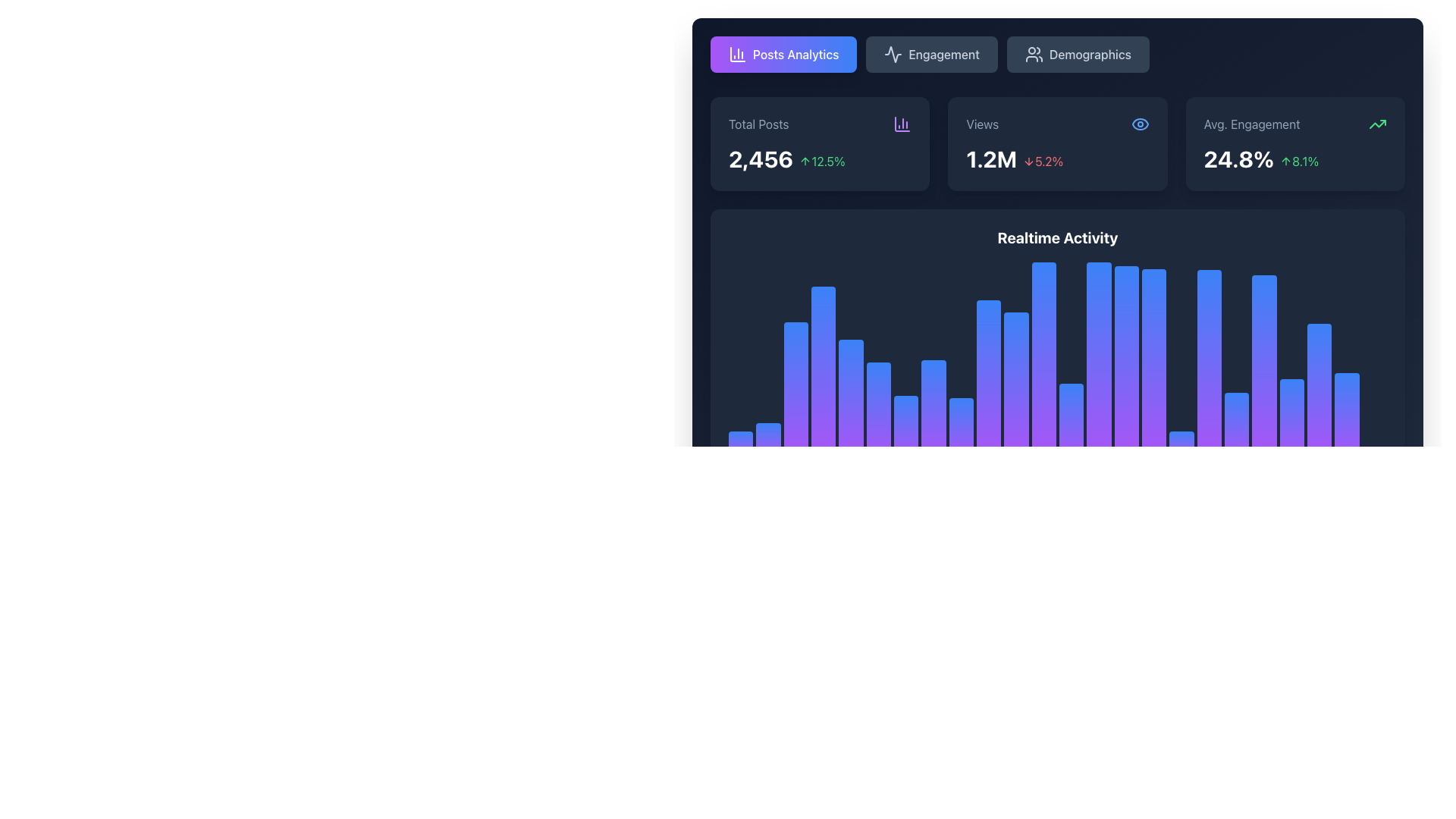 Image resolution: width=1456 pixels, height=819 pixels. What do you see at coordinates (738, 54) in the screenshot?
I see `the analytics icon located to the left of the 'Posts Analytics' button in the top-left corner of the interface` at bounding box center [738, 54].